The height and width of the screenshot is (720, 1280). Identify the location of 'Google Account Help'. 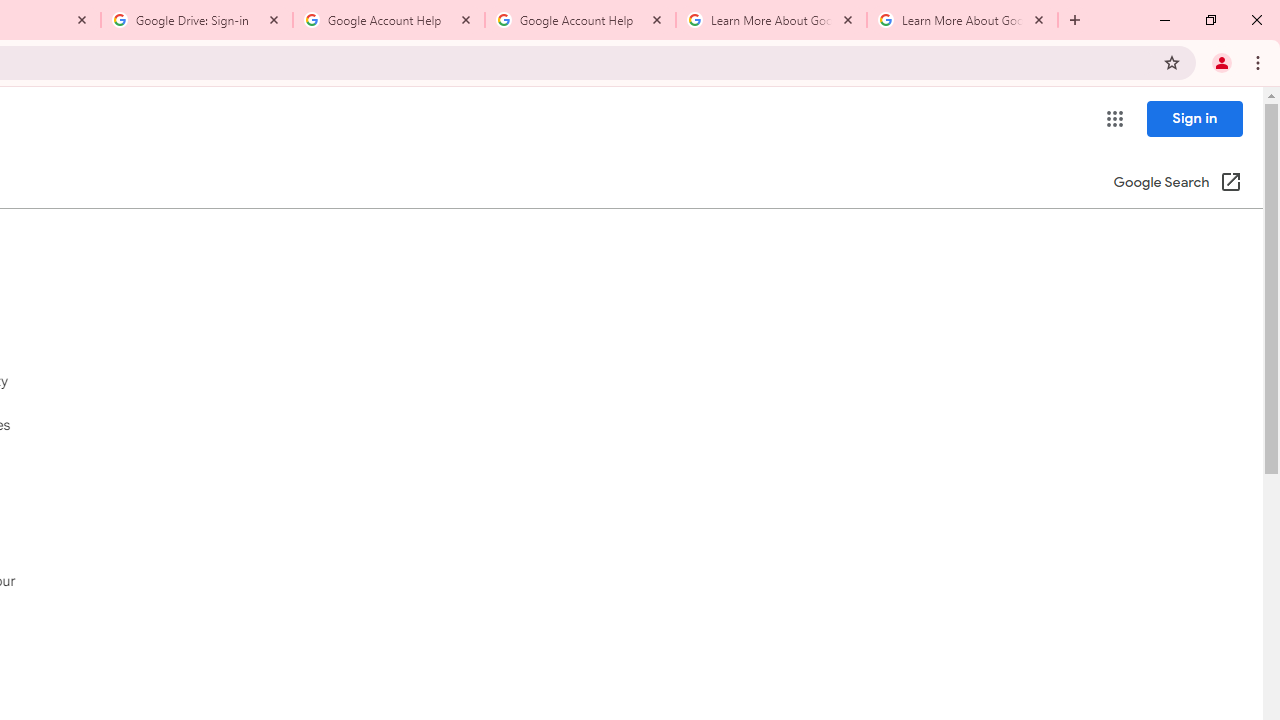
(579, 20).